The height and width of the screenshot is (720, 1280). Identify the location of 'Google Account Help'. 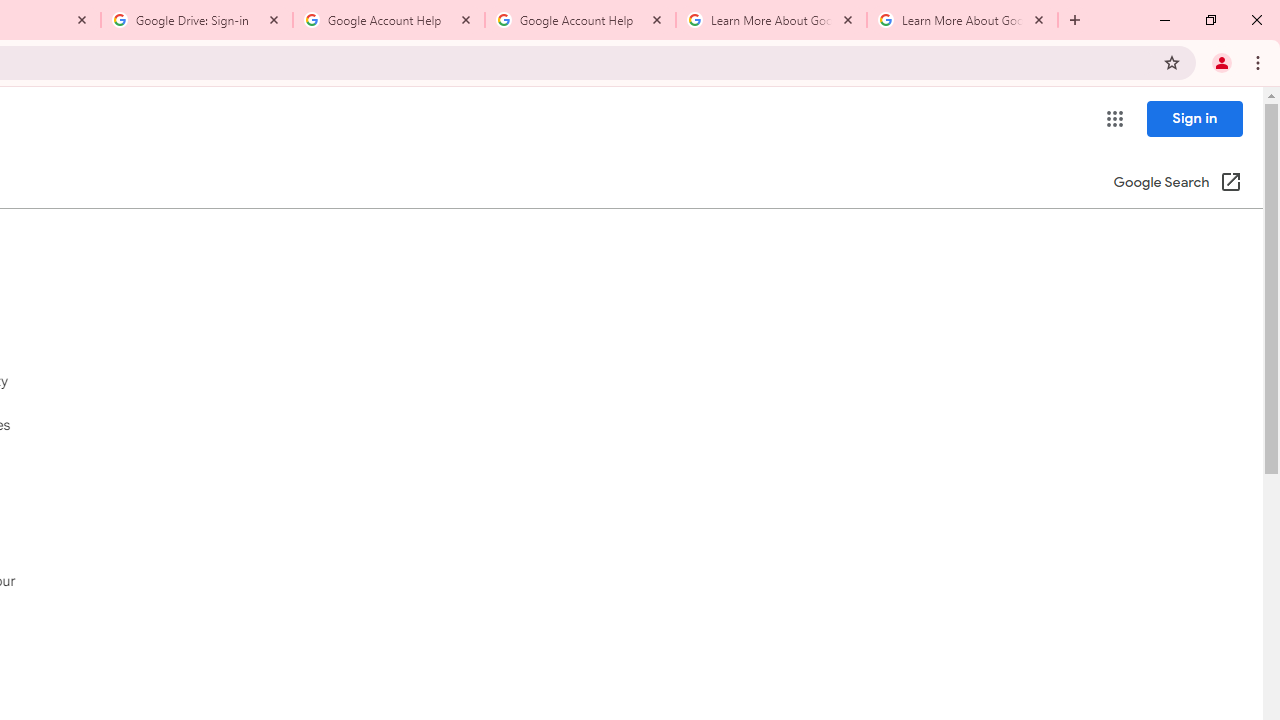
(579, 20).